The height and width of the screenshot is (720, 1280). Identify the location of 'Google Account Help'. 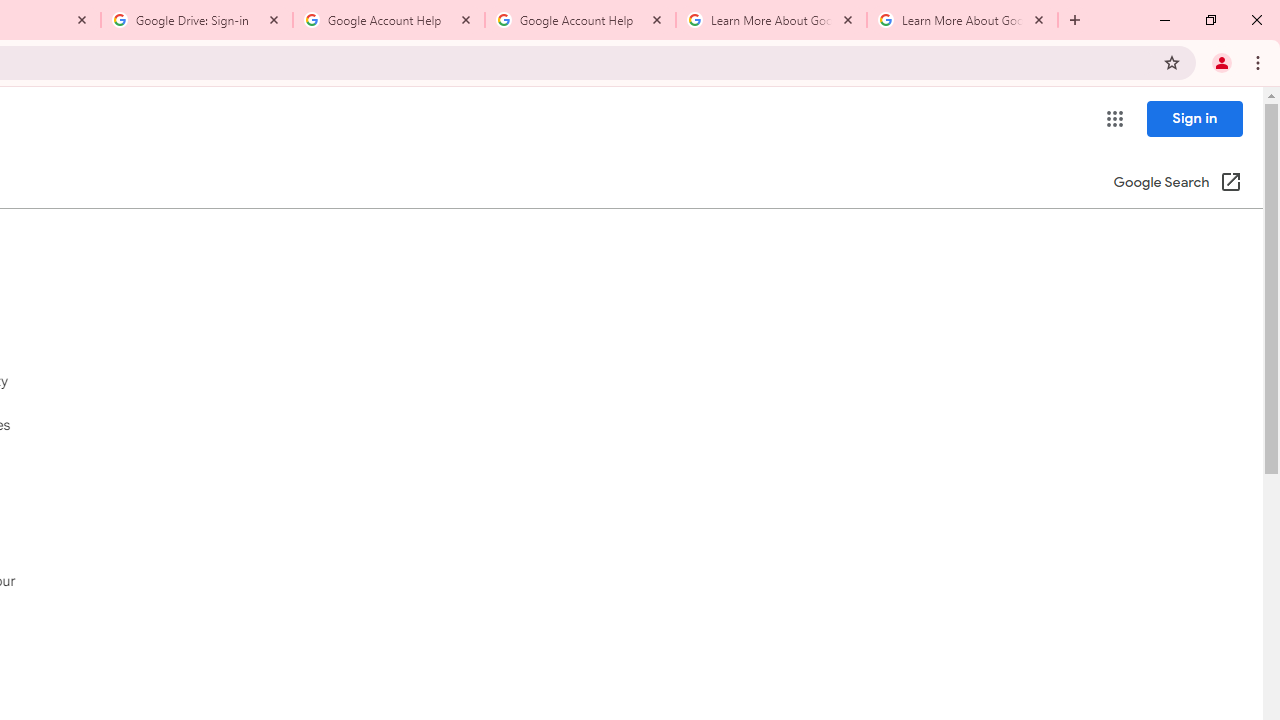
(579, 20).